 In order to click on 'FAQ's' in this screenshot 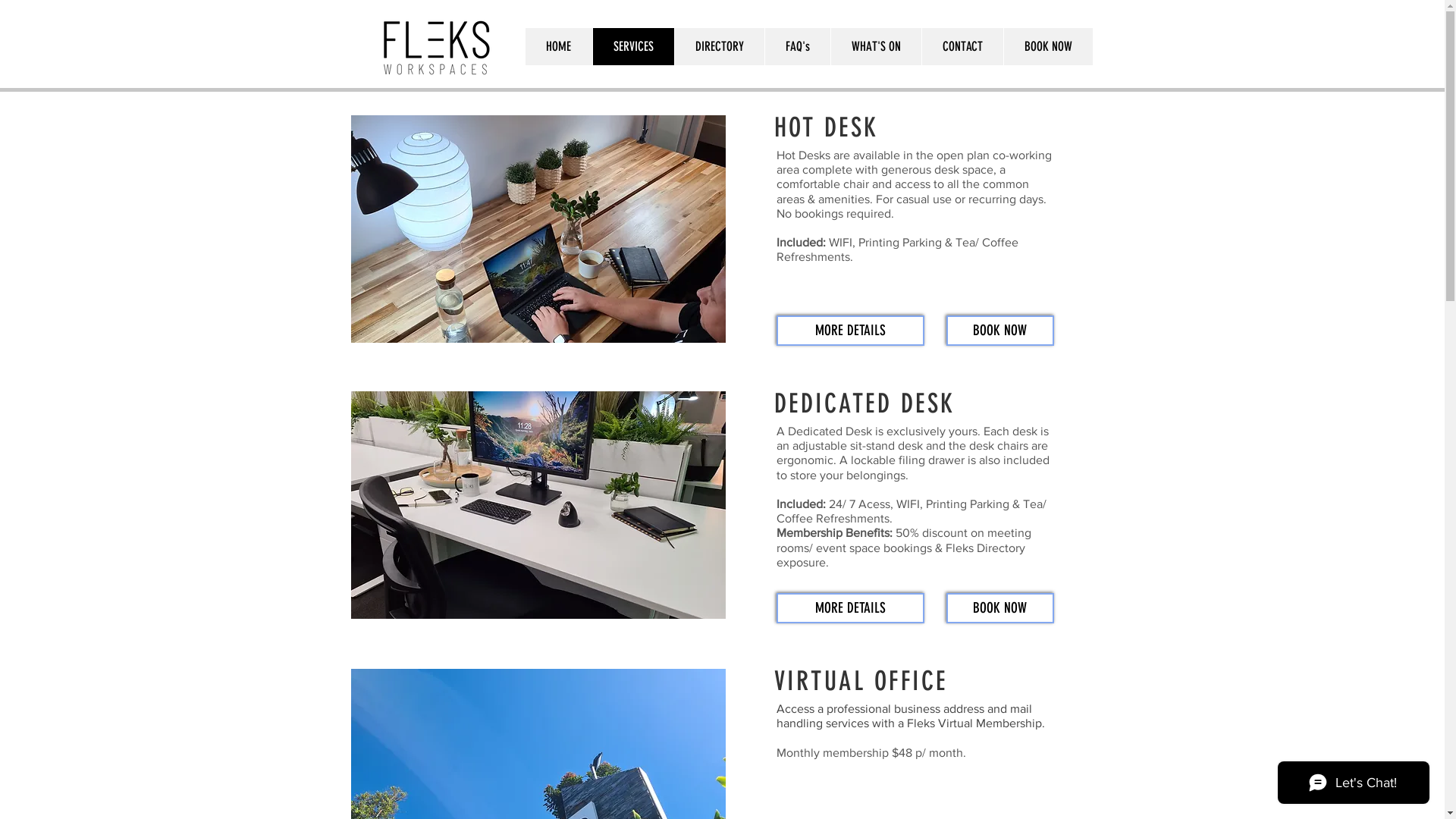, I will do `click(796, 45)`.